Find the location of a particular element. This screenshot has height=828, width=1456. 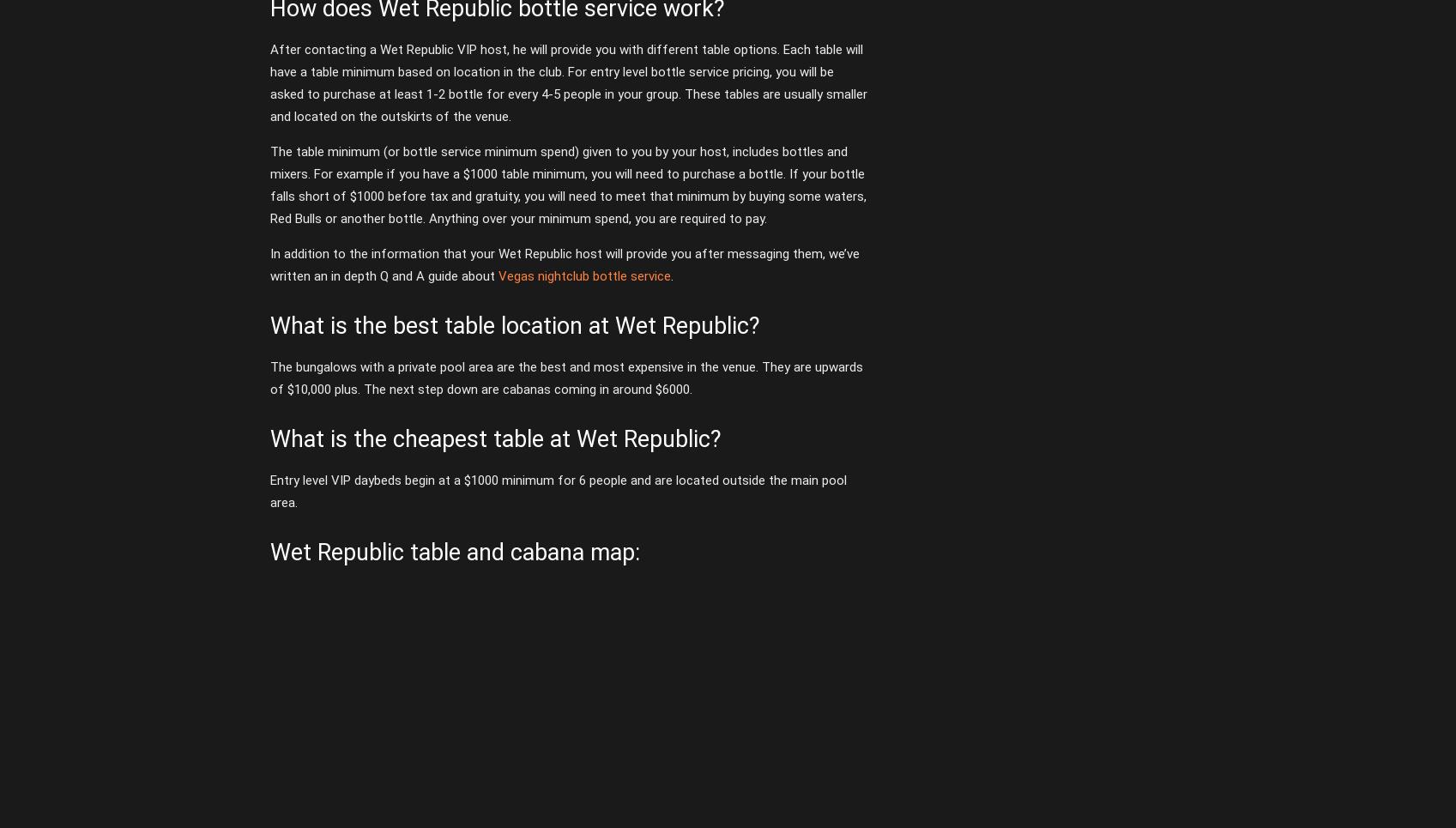

'In addition to the information that your Wet Republic host will provide you after messaging them, we’ve written an in depth Q and A guide about' is located at coordinates (564, 263).